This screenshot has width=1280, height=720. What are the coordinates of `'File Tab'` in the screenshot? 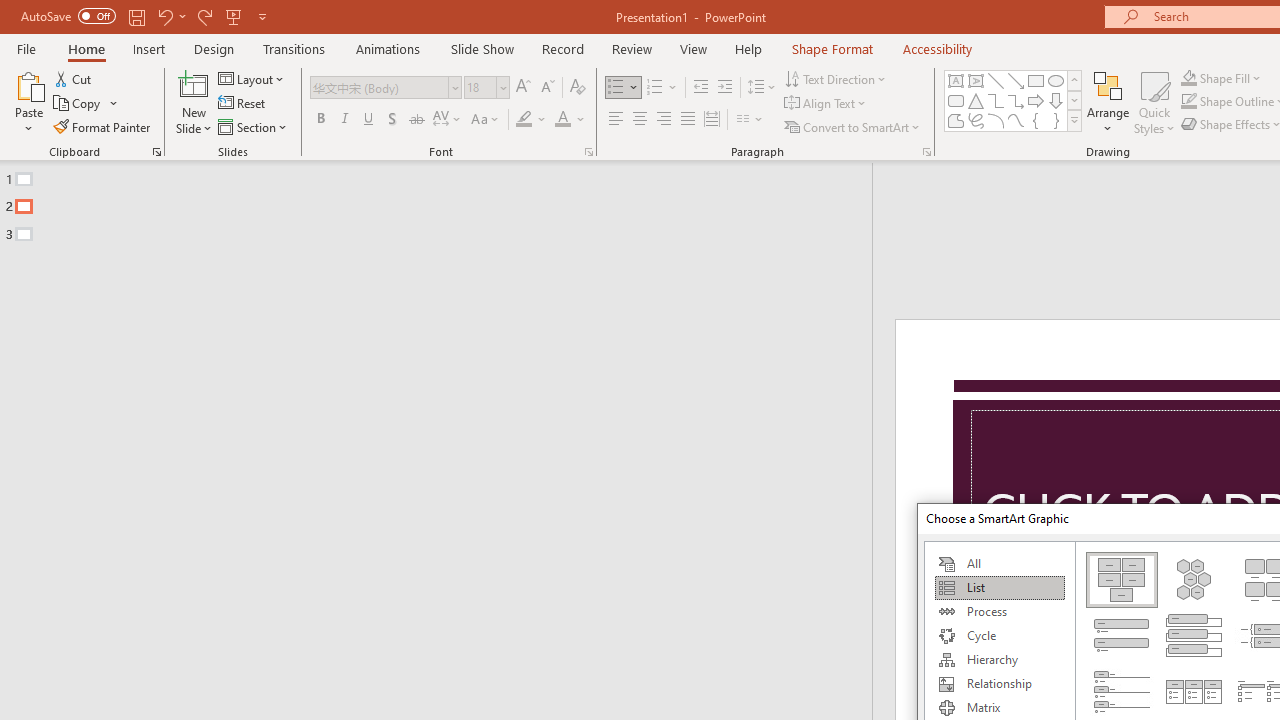 It's located at (26, 47).